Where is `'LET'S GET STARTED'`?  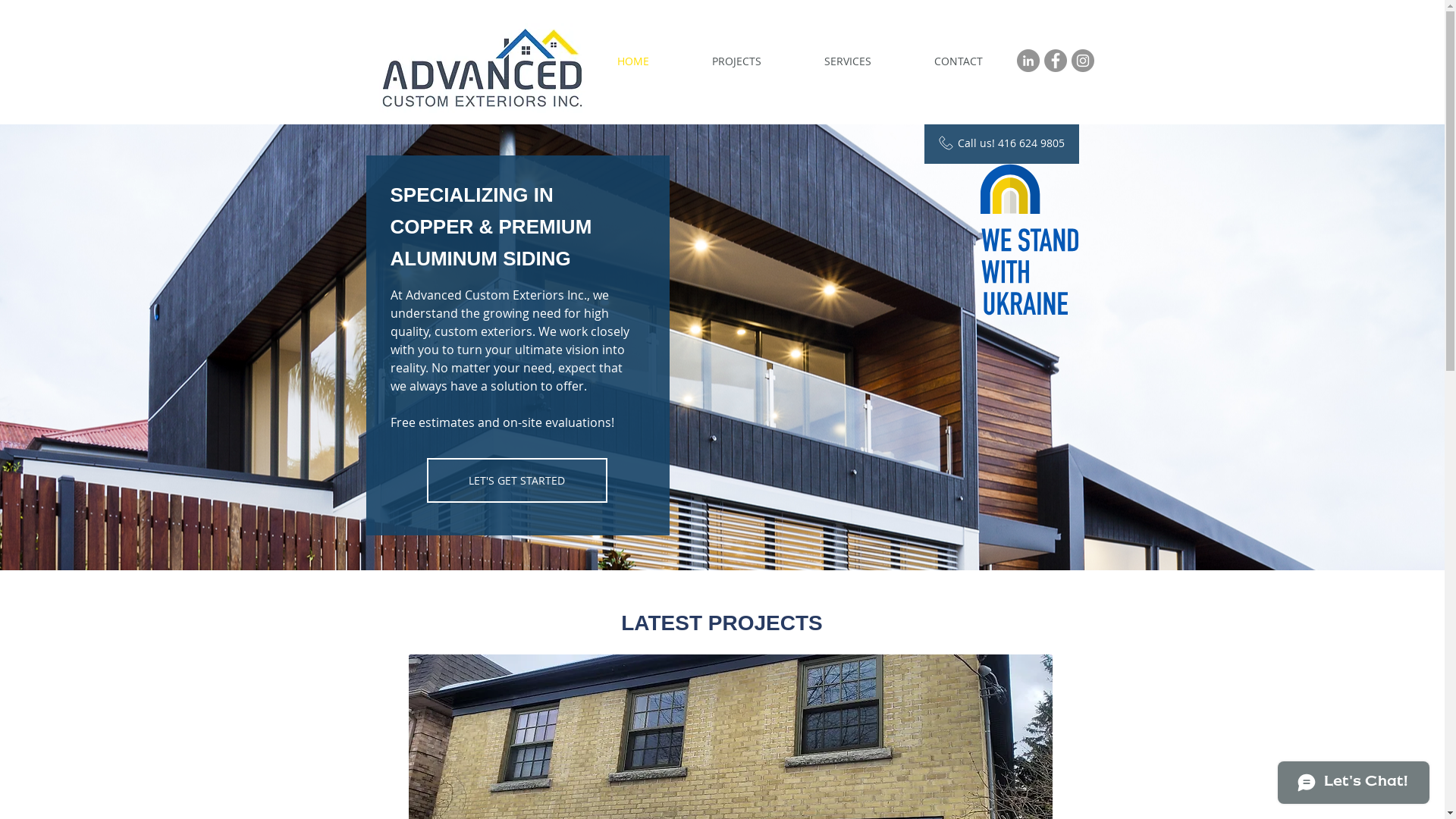 'LET'S GET STARTED' is located at coordinates (516, 480).